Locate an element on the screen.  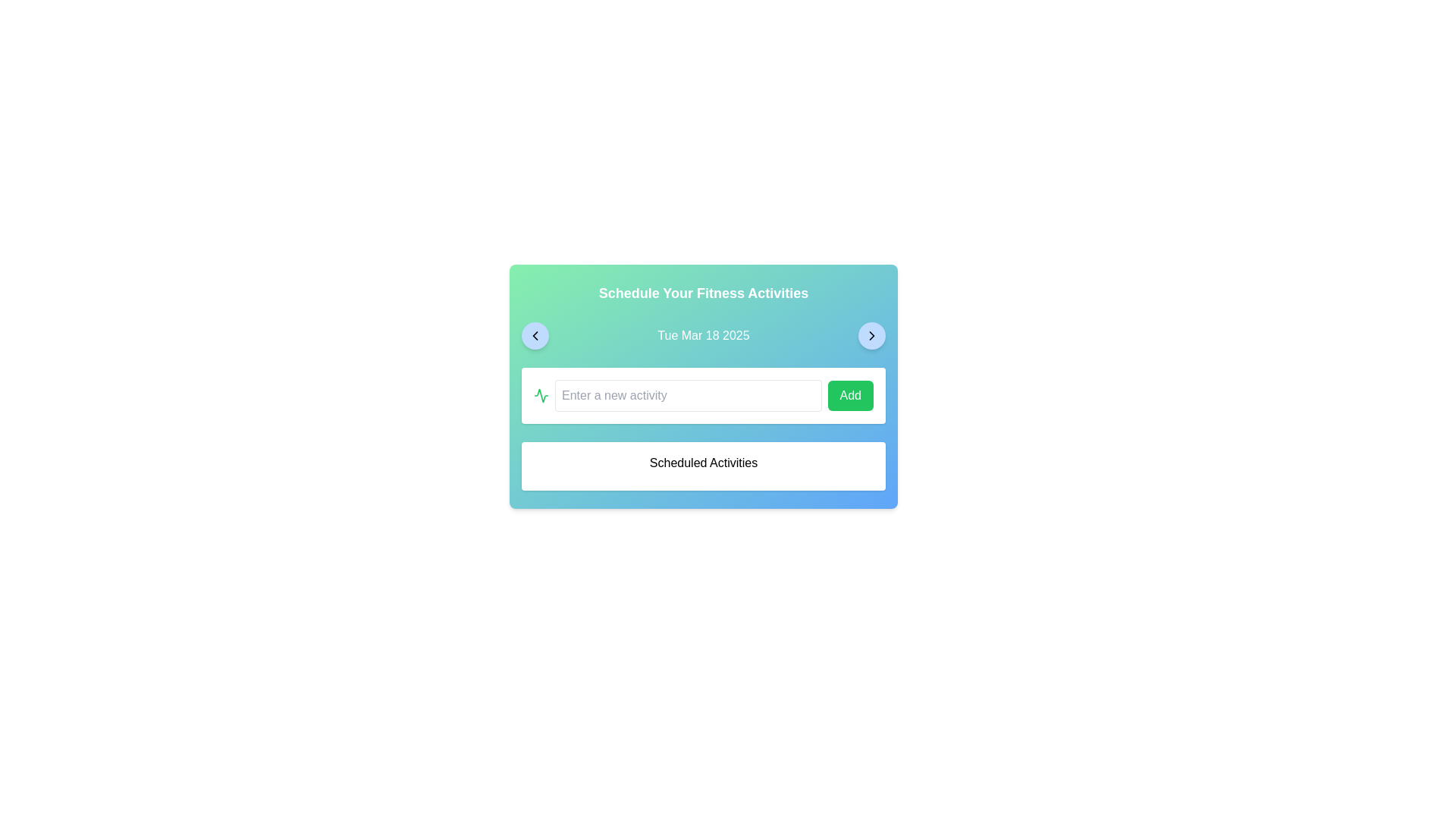
the date label displaying 'Tue Mar 18 2025' which is centered at the top of the card labeled 'Schedule Your Fitness Activities', positioned between two circular blue buttons with left and right chevron icons is located at coordinates (702, 335).